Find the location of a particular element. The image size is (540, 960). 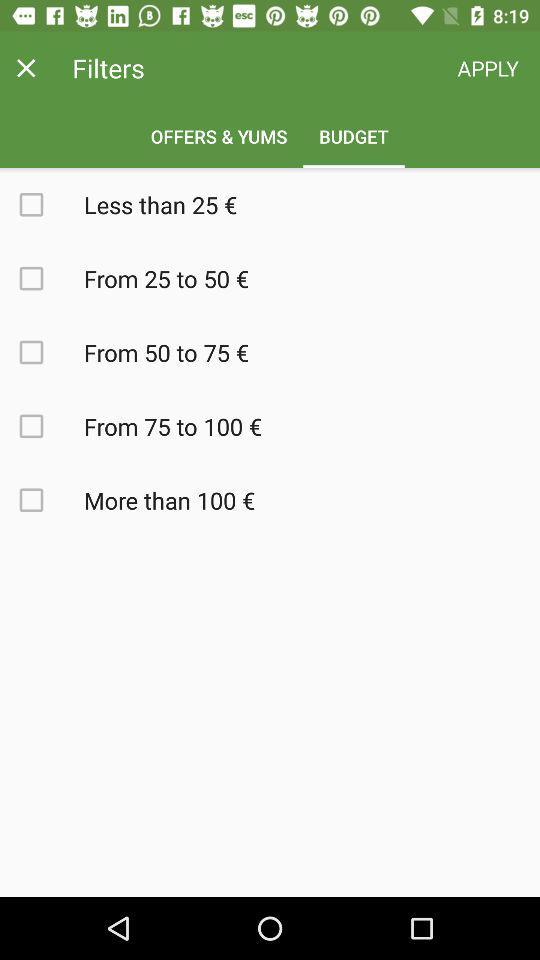

check from 50 to 75 is located at coordinates (42, 352).